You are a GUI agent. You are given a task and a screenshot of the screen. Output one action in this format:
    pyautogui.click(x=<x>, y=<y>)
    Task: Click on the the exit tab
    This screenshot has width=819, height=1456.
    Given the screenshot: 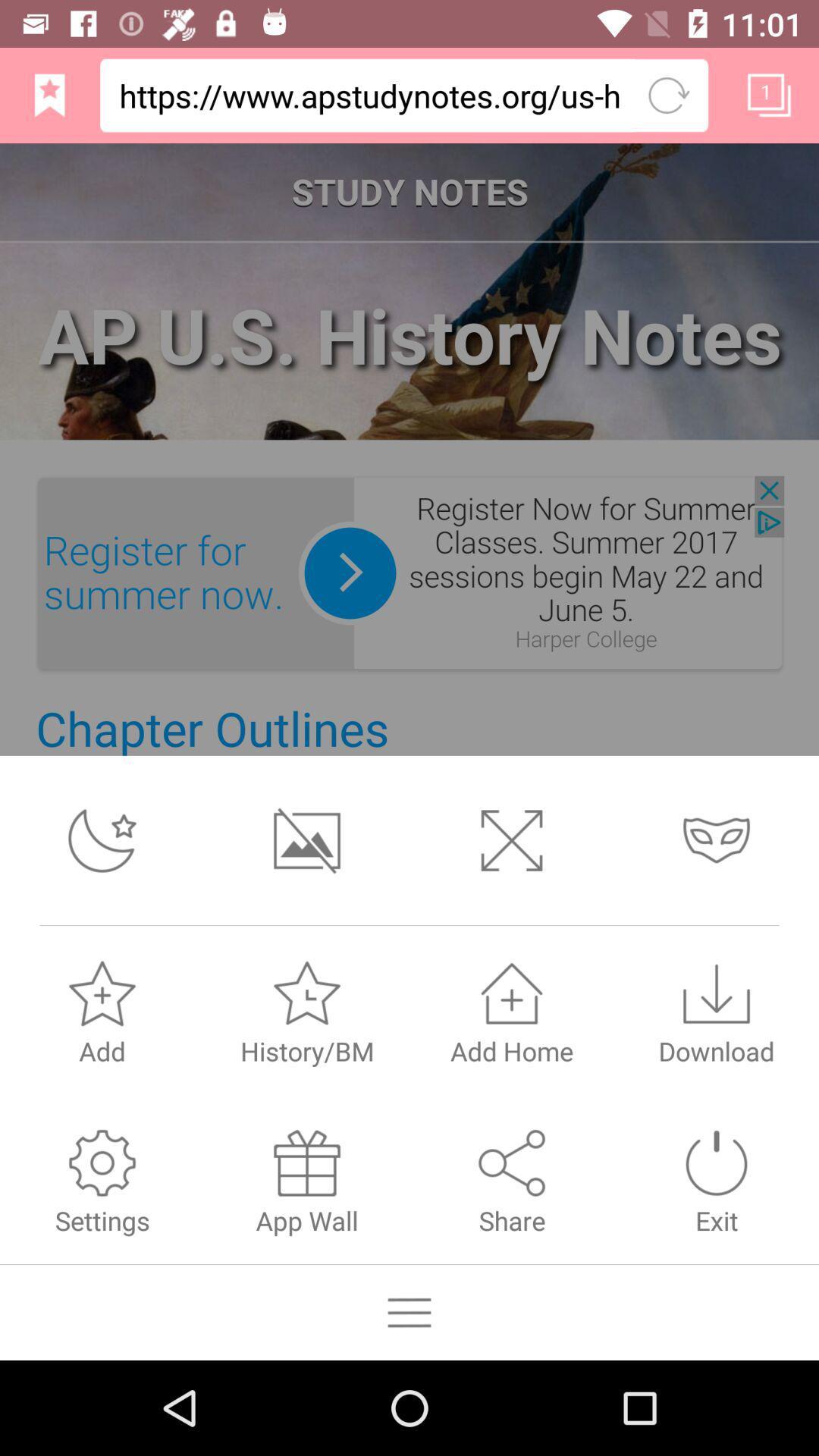 What is the action you would take?
    pyautogui.click(x=717, y=1179)
    